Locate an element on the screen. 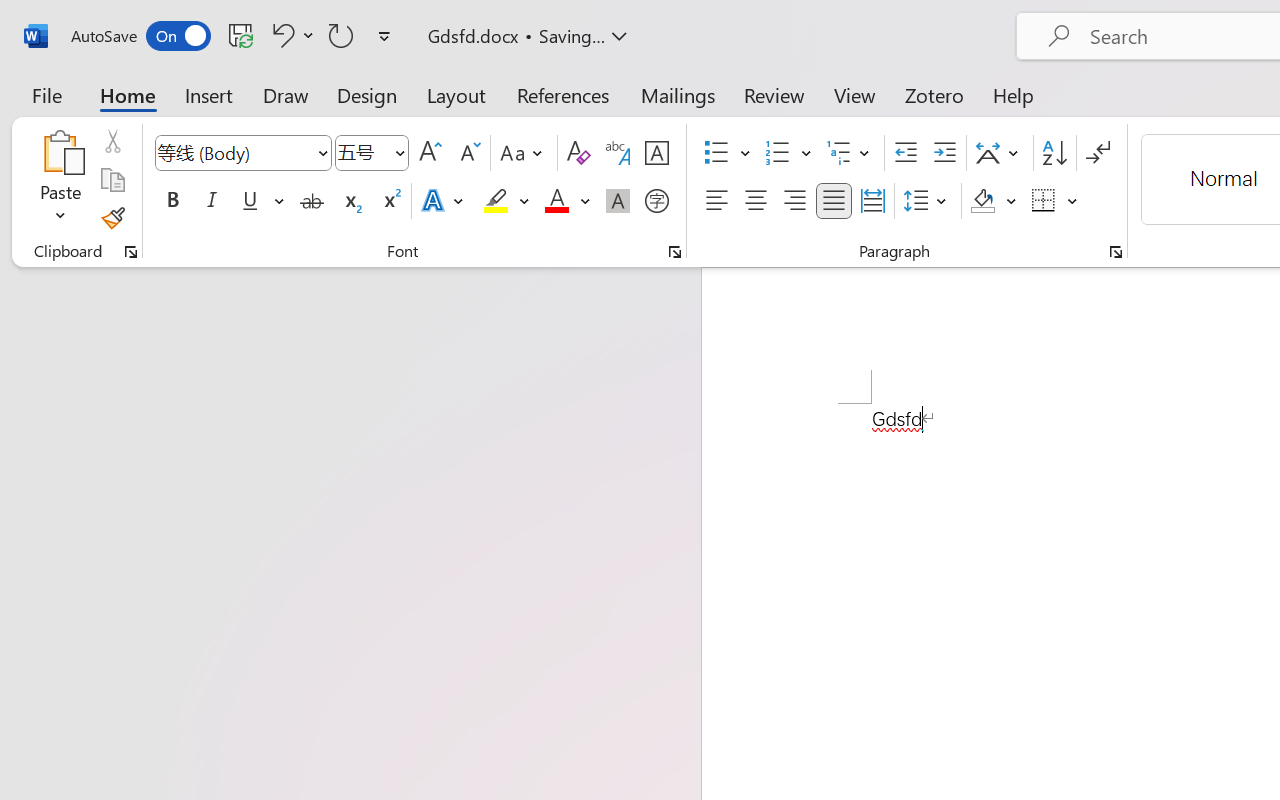 Image resolution: width=1280 pixels, height=800 pixels. 'Font Color Red' is located at coordinates (556, 201).